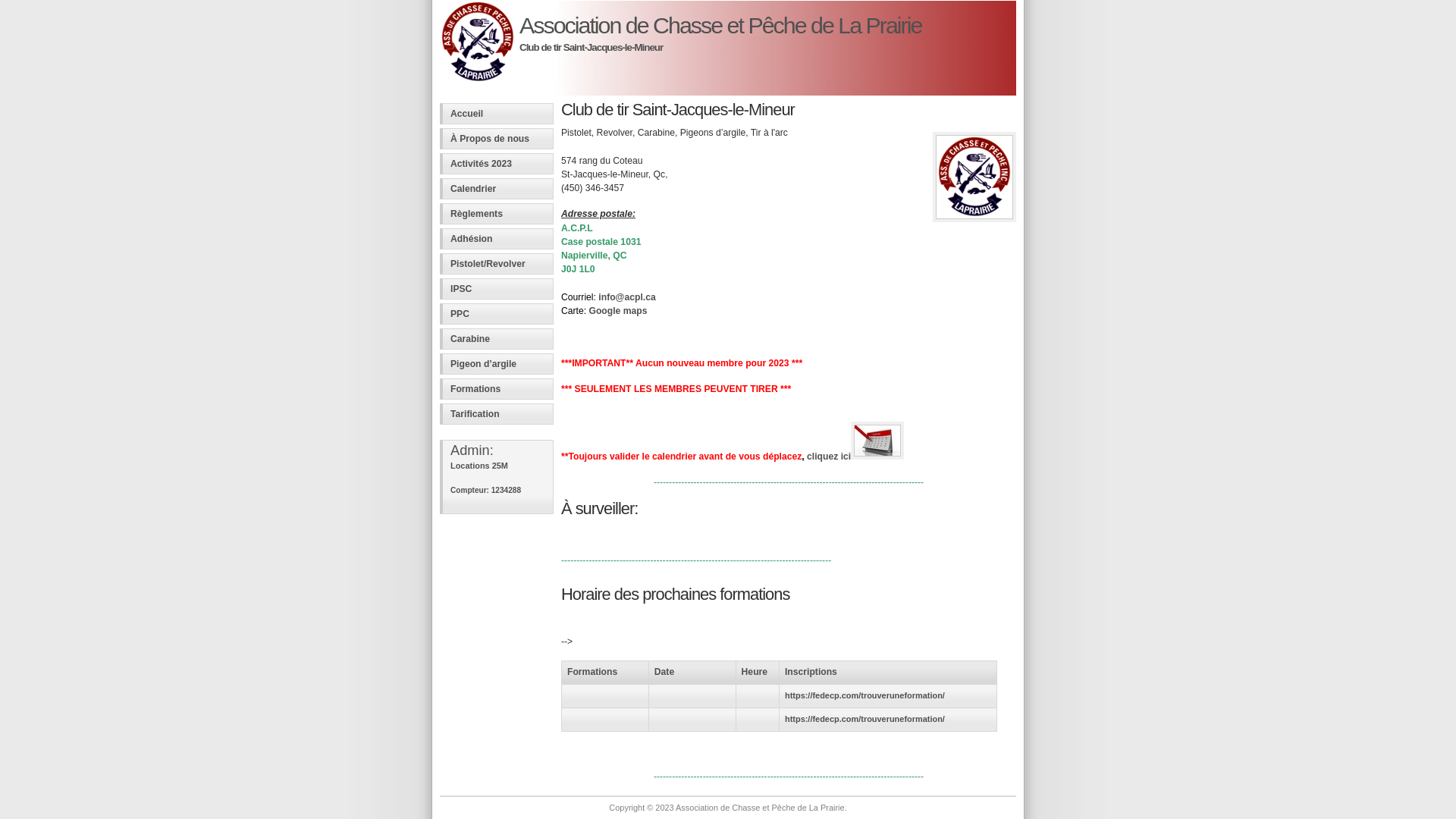 The image size is (1456, 819). What do you see at coordinates (496, 338) in the screenshot?
I see `'Carabine'` at bounding box center [496, 338].